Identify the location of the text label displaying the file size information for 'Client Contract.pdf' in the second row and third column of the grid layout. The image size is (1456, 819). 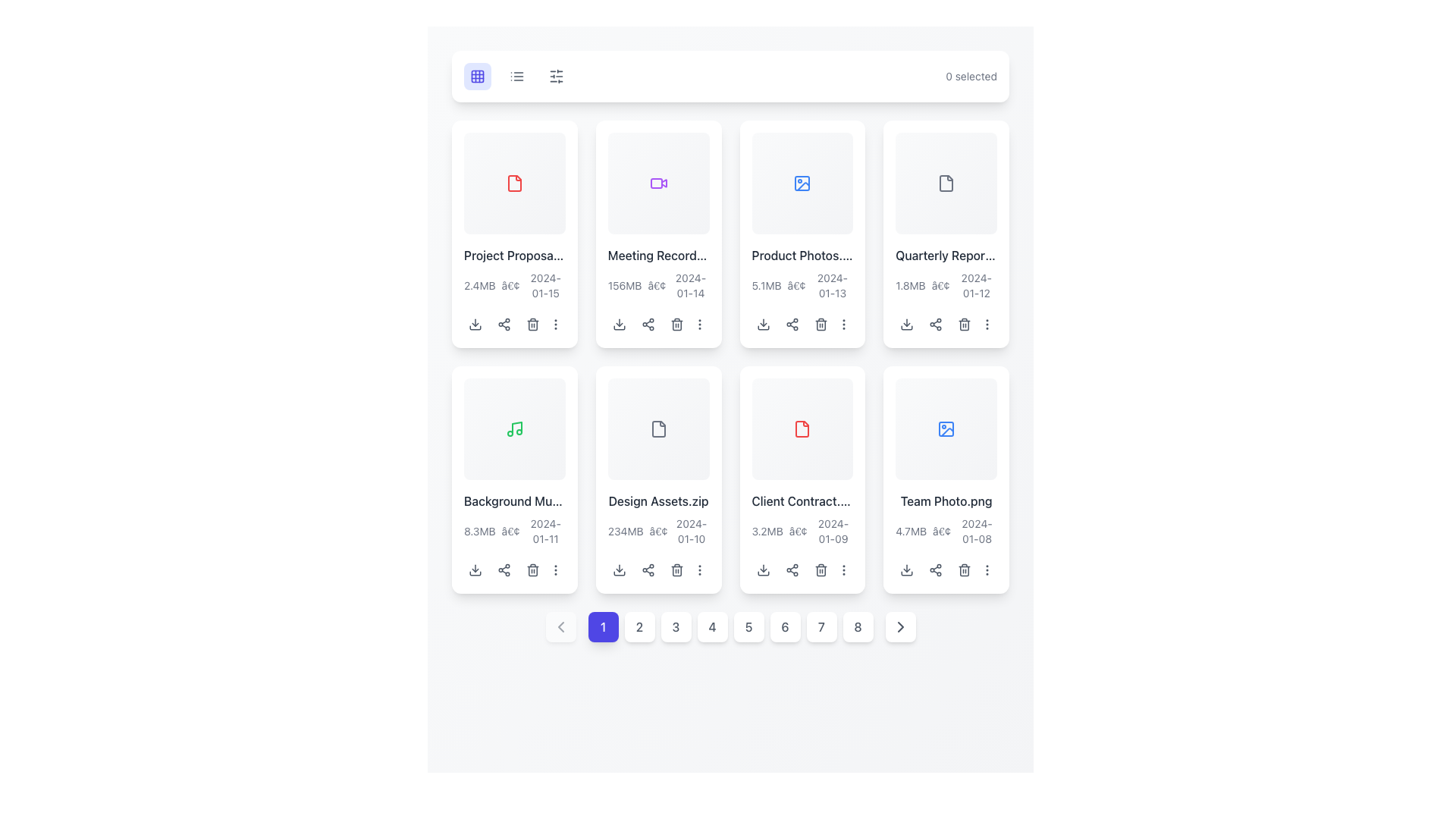
(767, 530).